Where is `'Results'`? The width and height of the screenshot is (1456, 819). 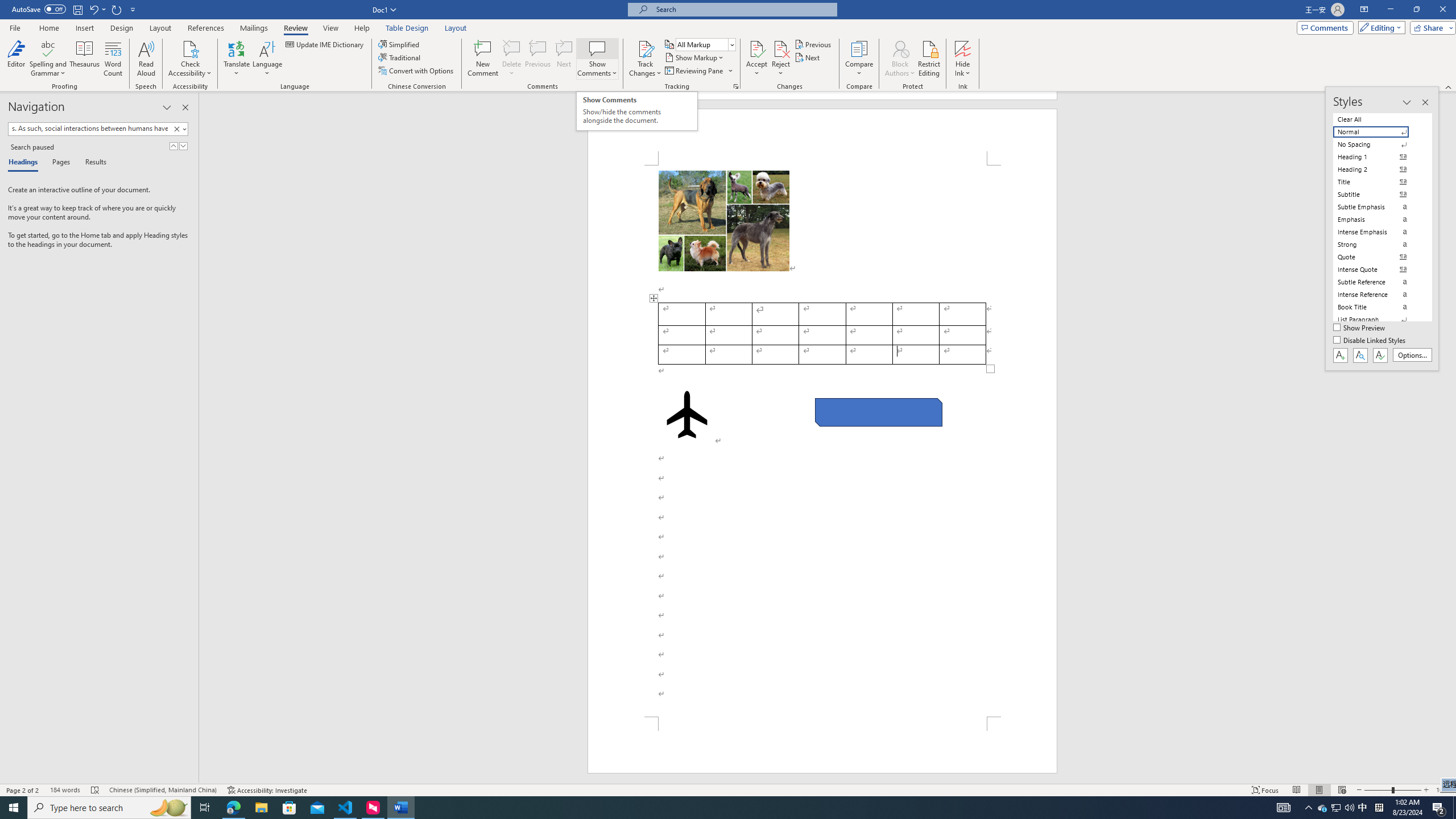
'Results' is located at coordinates (91, 163).